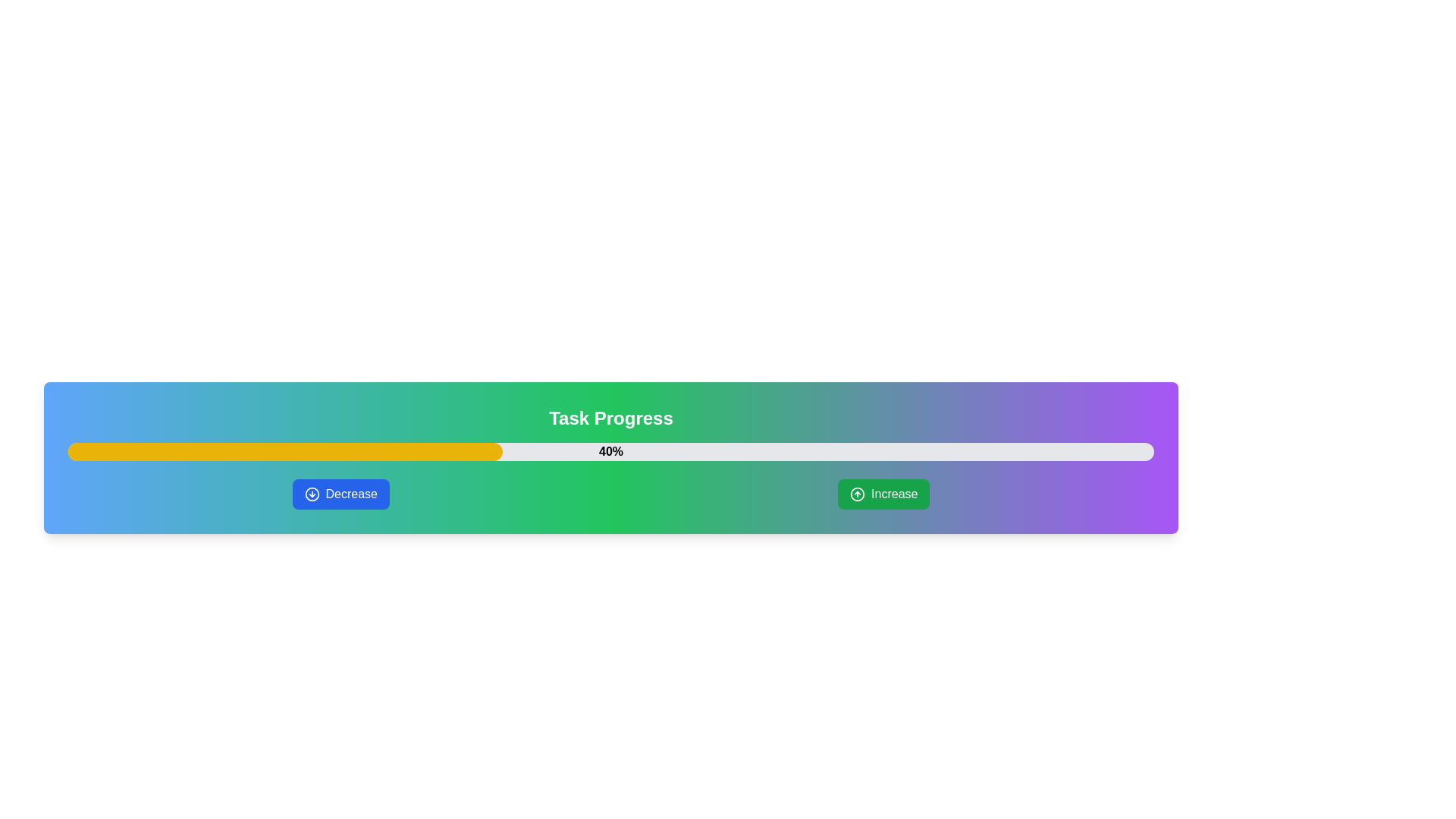  What do you see at coordinates (883, 494) in the screenshot?
I see `the rightmost button that increments a value when clicked to increase the value` at bounding box center [883, 494].